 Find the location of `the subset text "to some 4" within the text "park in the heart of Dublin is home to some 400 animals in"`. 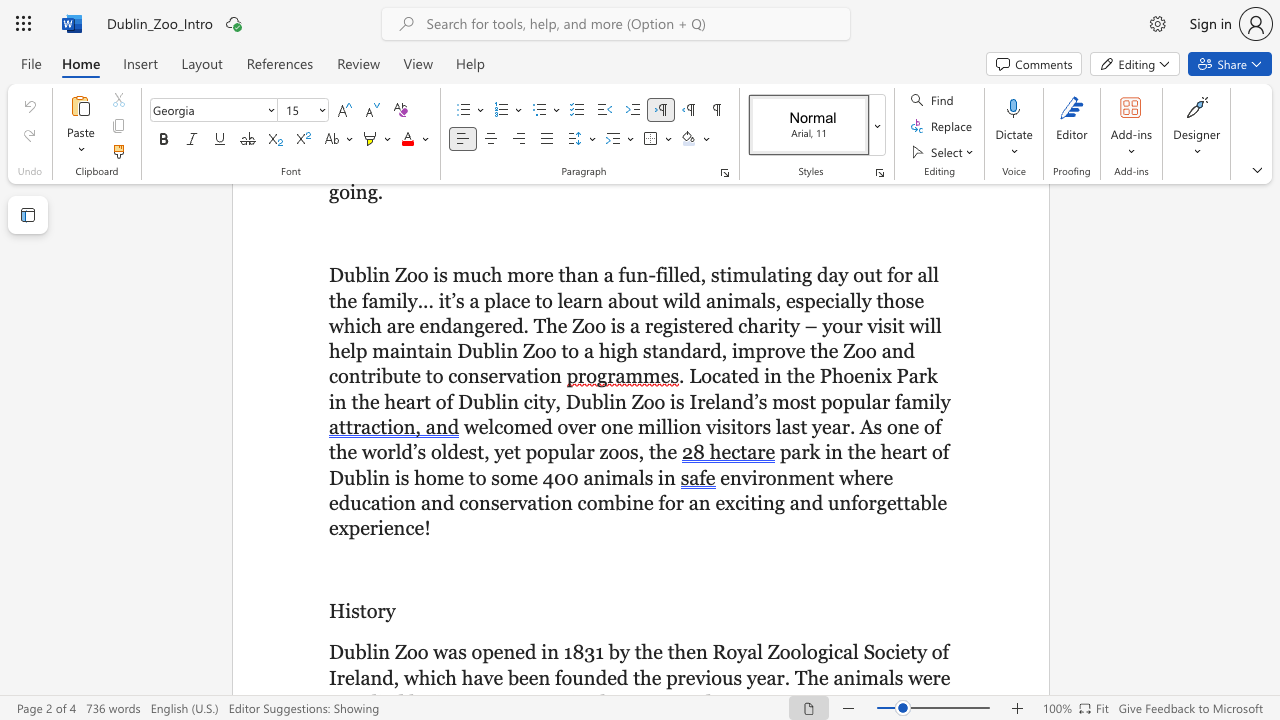

the subset text "to some 4" within the text "park in the heart of Dublin is home to some 400 animals in" is located at coordinates (467, 477).